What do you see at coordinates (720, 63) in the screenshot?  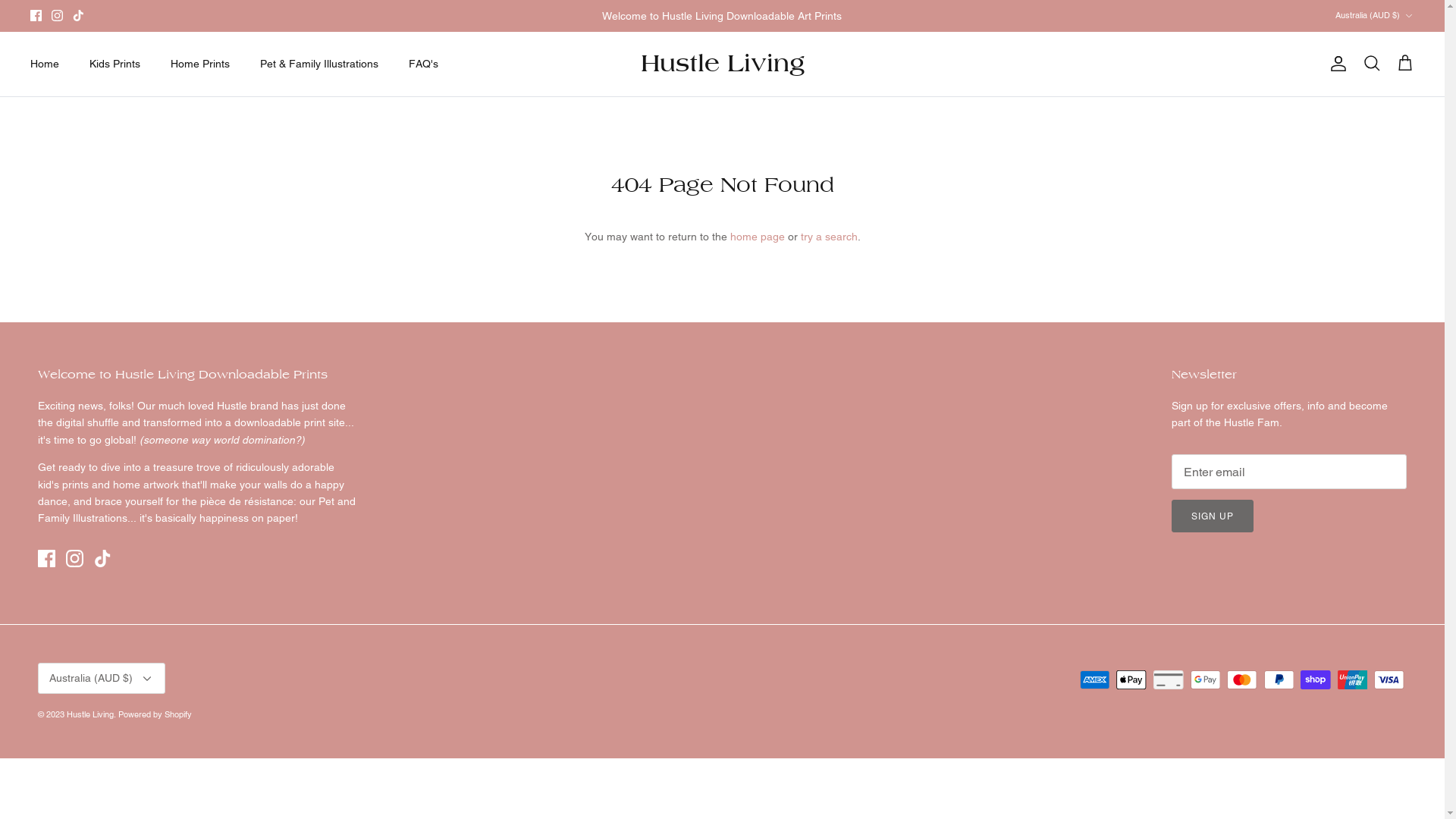 I see `'Hustle Living'` at bounding box center [720, 63].